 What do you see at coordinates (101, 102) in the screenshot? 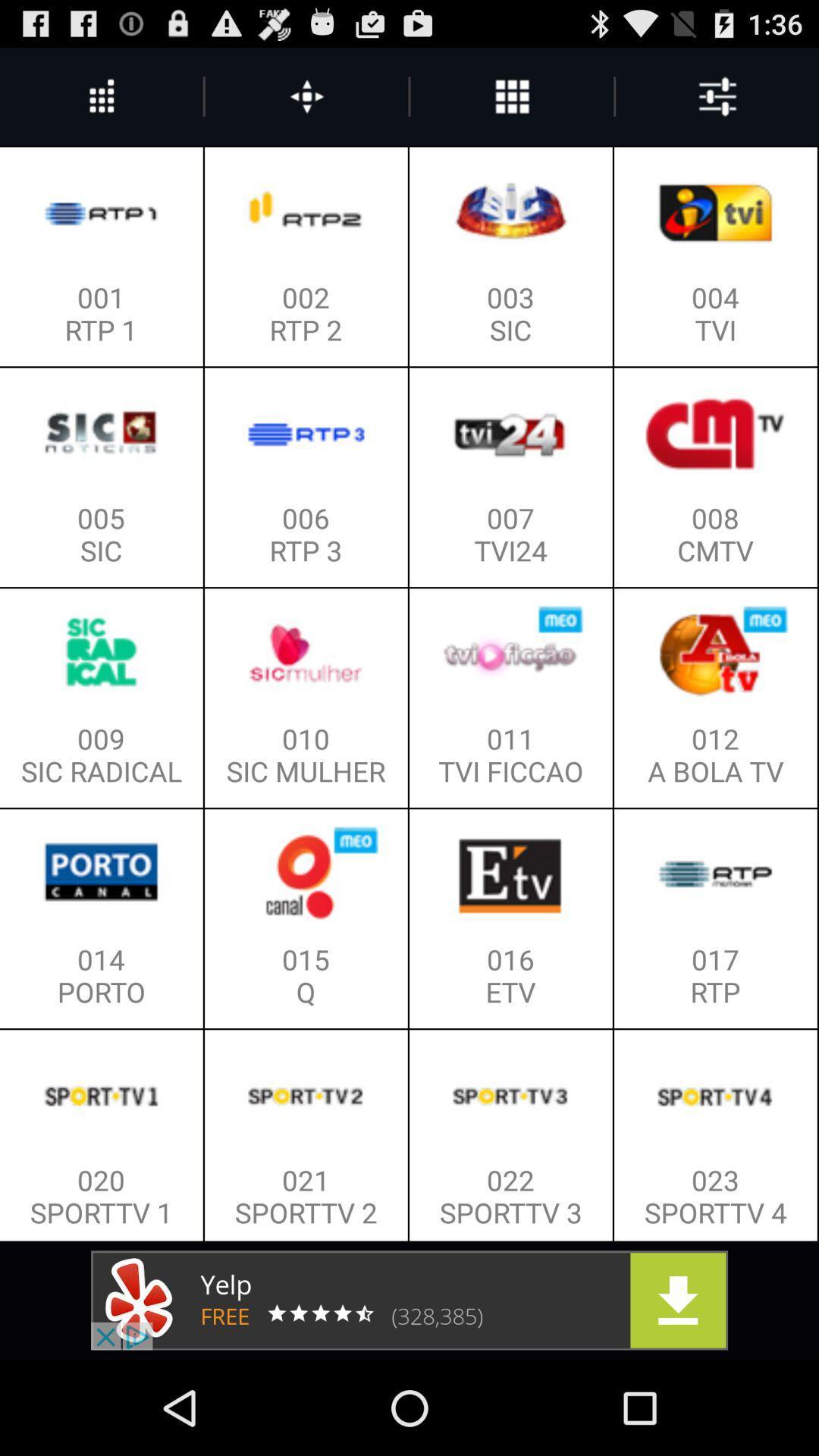
I see `the more icon` at bounding box center [101, 102].